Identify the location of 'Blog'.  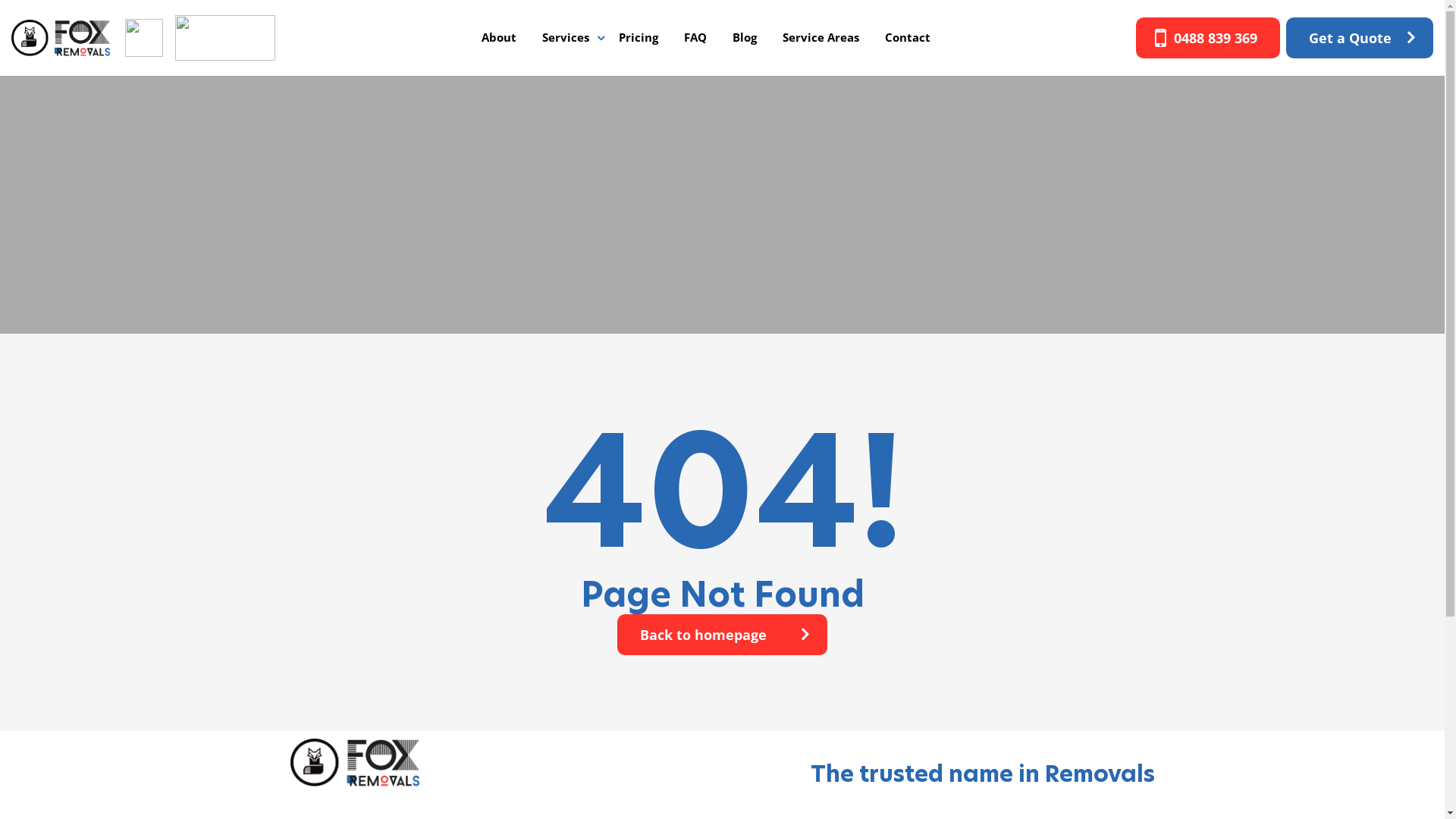
(745, 36).